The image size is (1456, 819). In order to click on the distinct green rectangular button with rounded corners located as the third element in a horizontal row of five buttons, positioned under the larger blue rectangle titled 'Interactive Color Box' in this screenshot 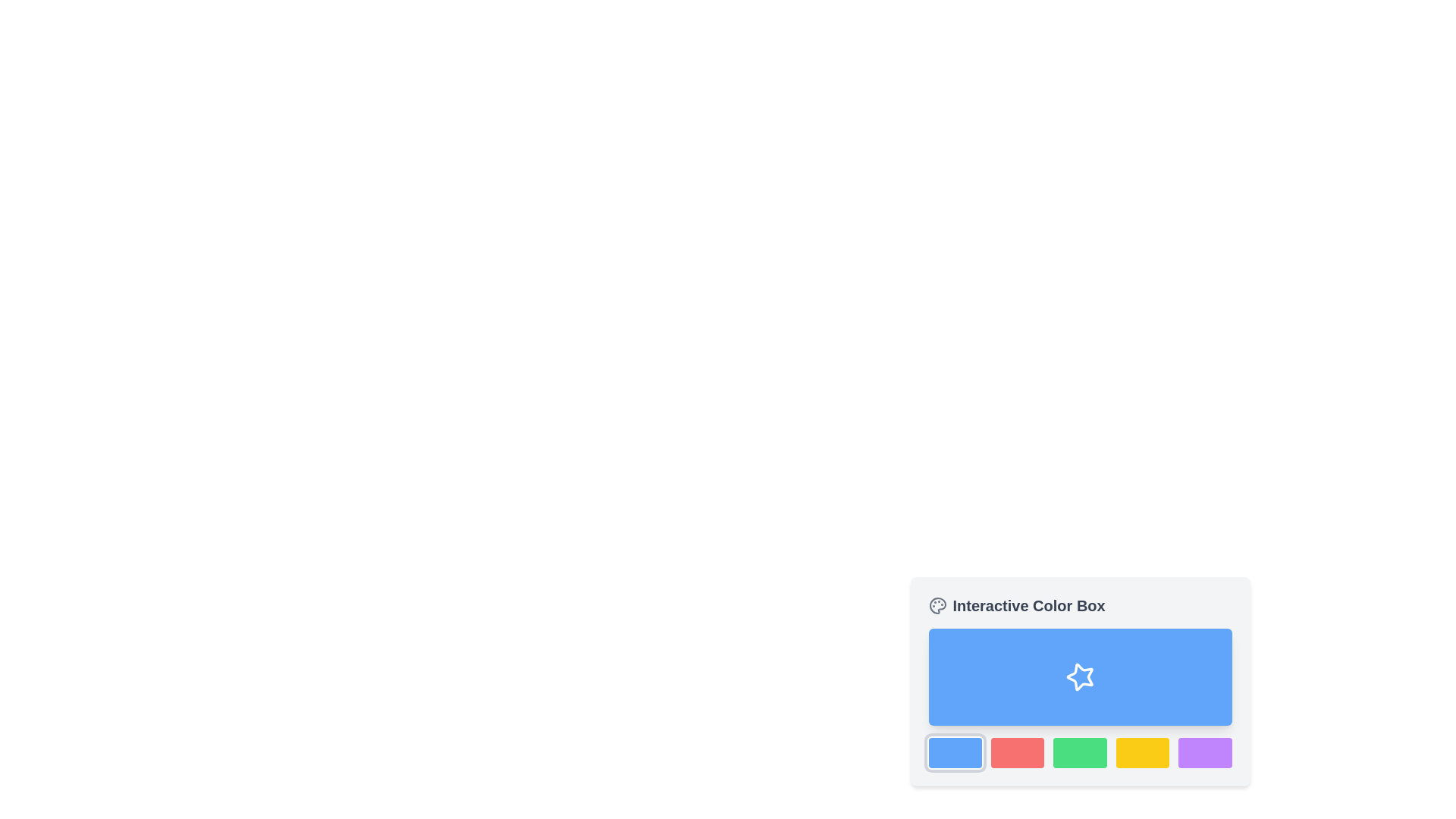, I will do `click(1079, 752)`.